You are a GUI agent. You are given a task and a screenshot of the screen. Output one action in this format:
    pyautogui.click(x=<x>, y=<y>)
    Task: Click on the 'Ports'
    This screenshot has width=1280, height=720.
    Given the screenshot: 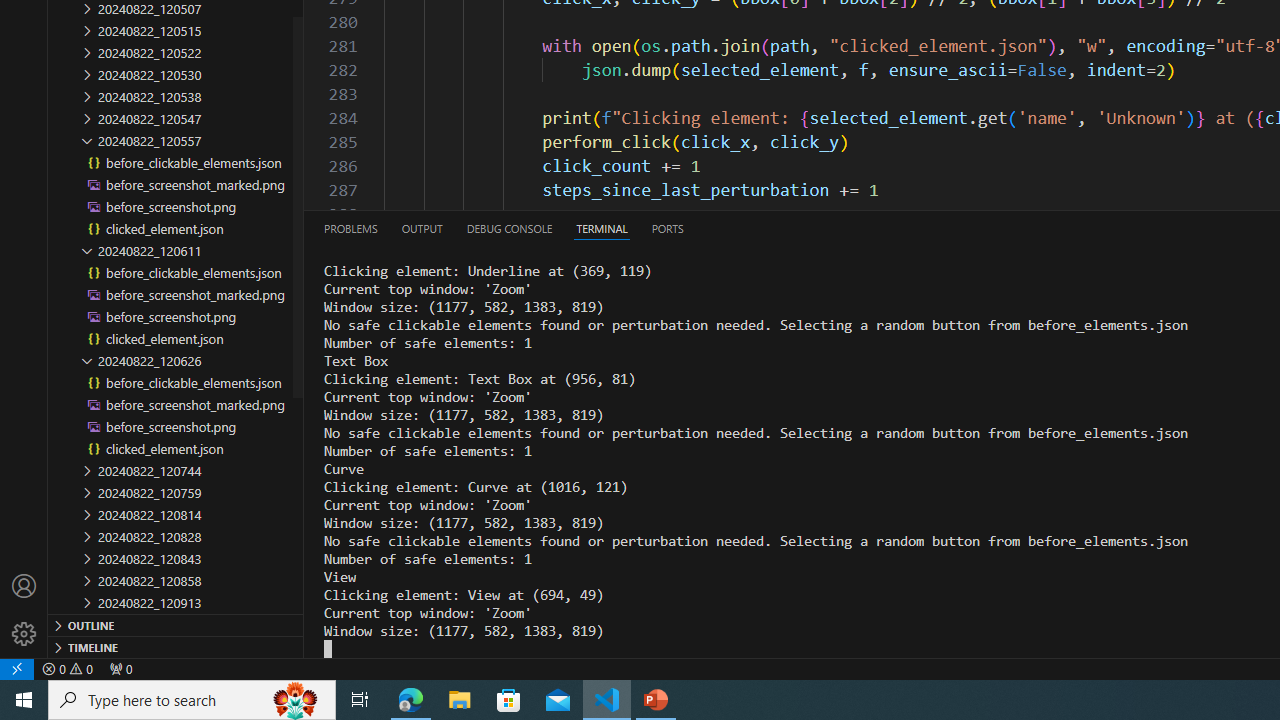 What is the action you would take?
    pyautogui.click(x=667, y=227)
    